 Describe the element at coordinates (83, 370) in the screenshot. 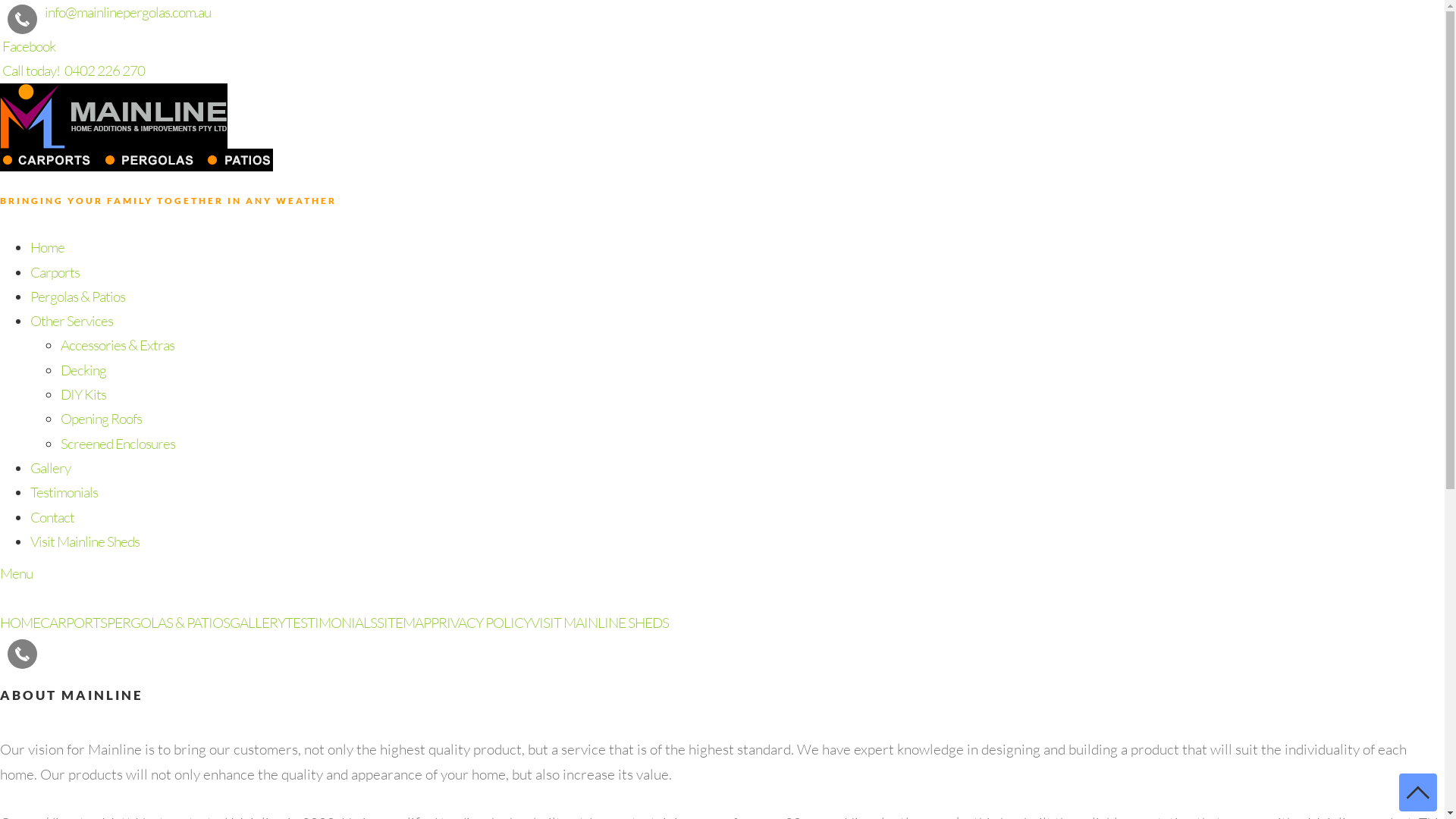

I see `'Decking'` at that location.